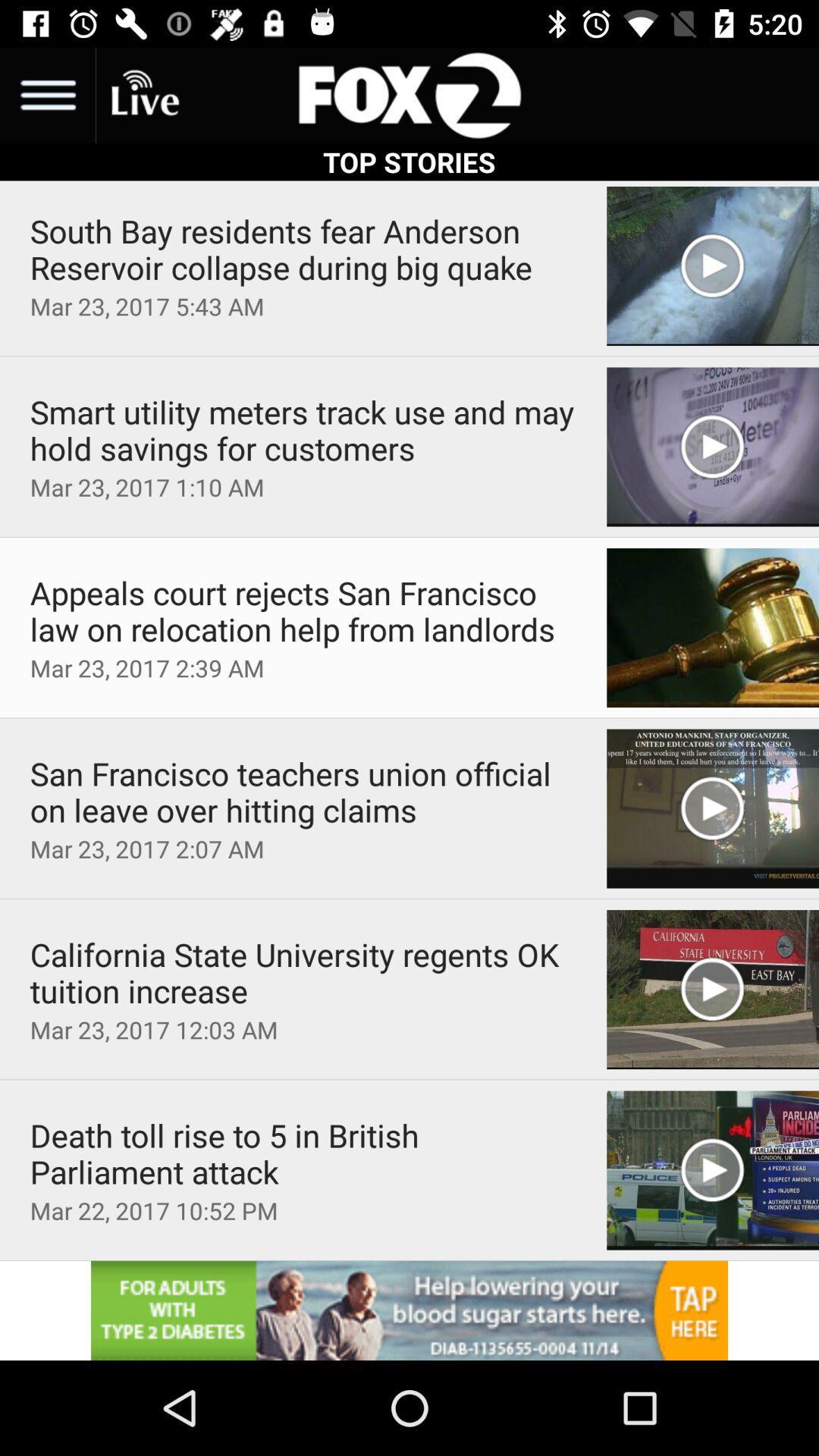 This screenshot has width=819, height=1456. I want to click on the menu icon, so click(46, 94).